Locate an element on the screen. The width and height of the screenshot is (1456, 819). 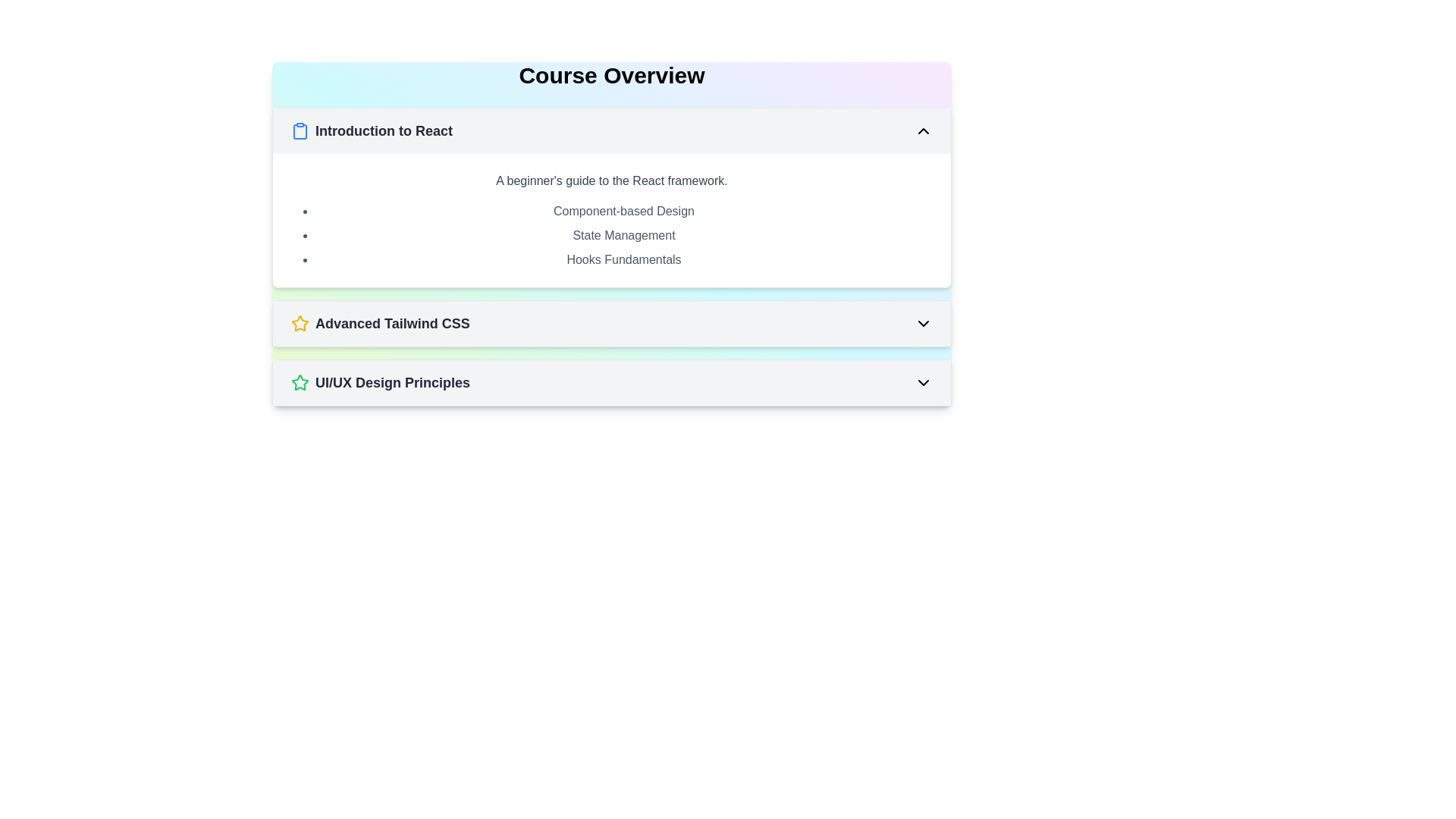
the static text element that reads 'A beginner's guide to the React framework.' which is styled in gray font and positioned within a white background, located below the 'Introduction to React' title is located at coordinates (611, 180).